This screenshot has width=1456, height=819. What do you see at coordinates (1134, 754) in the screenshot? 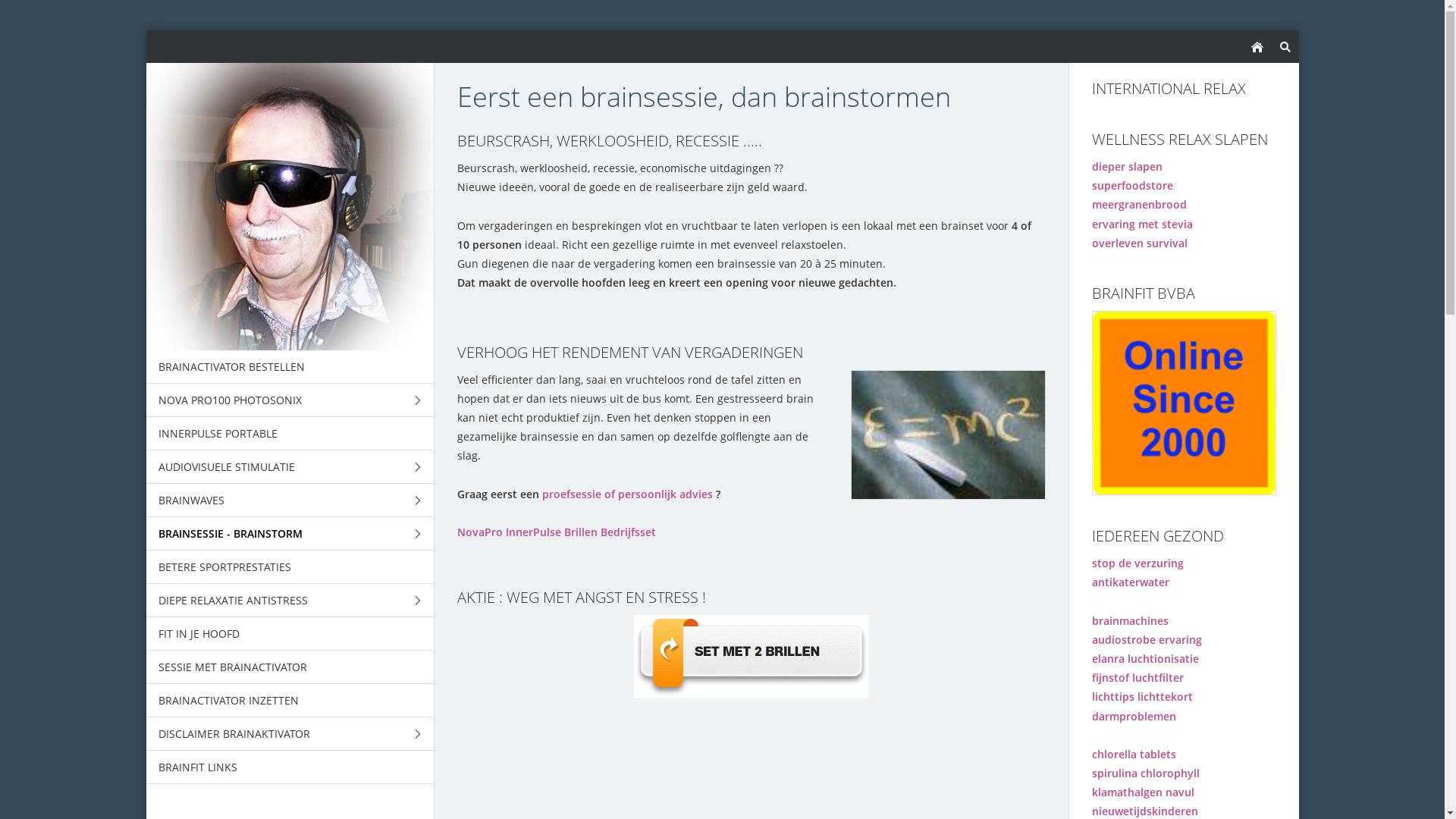
I see `'chlorella tablets'` at bounding box center [1134, 754].